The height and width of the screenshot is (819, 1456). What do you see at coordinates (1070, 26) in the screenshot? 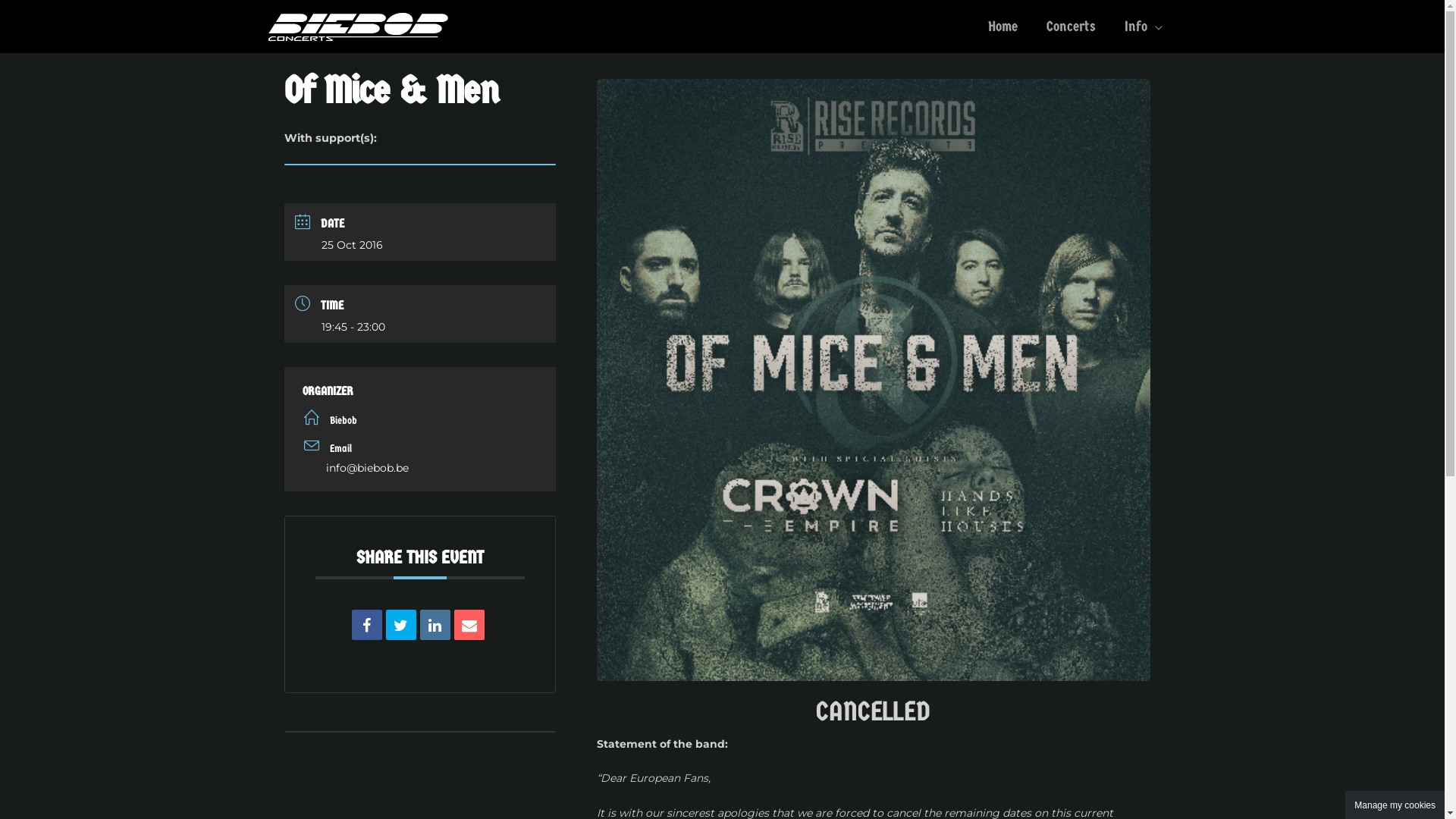
I see `'Concerts'` at bounding box center [1070, 26].